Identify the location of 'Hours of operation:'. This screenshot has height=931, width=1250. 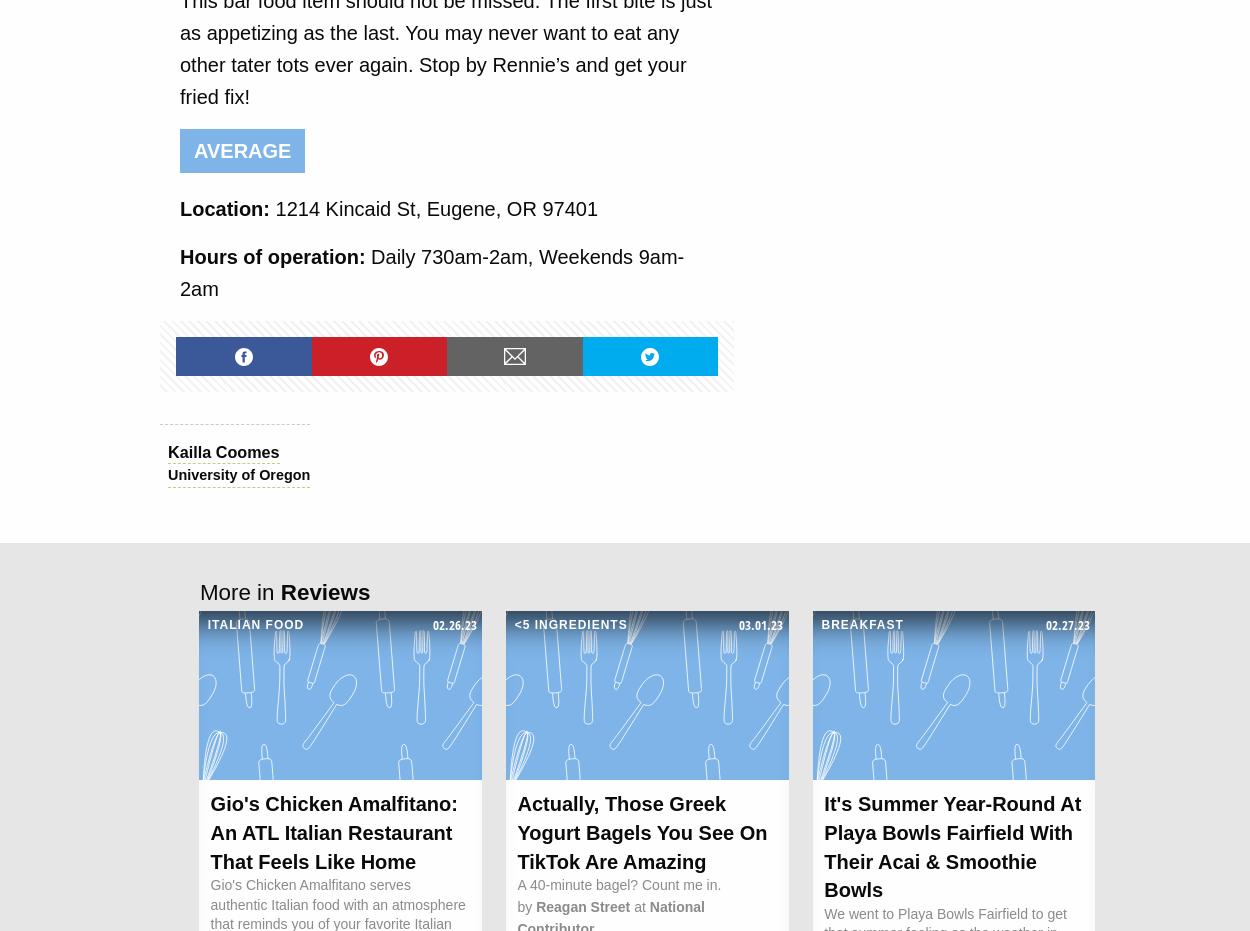
(275, 256).